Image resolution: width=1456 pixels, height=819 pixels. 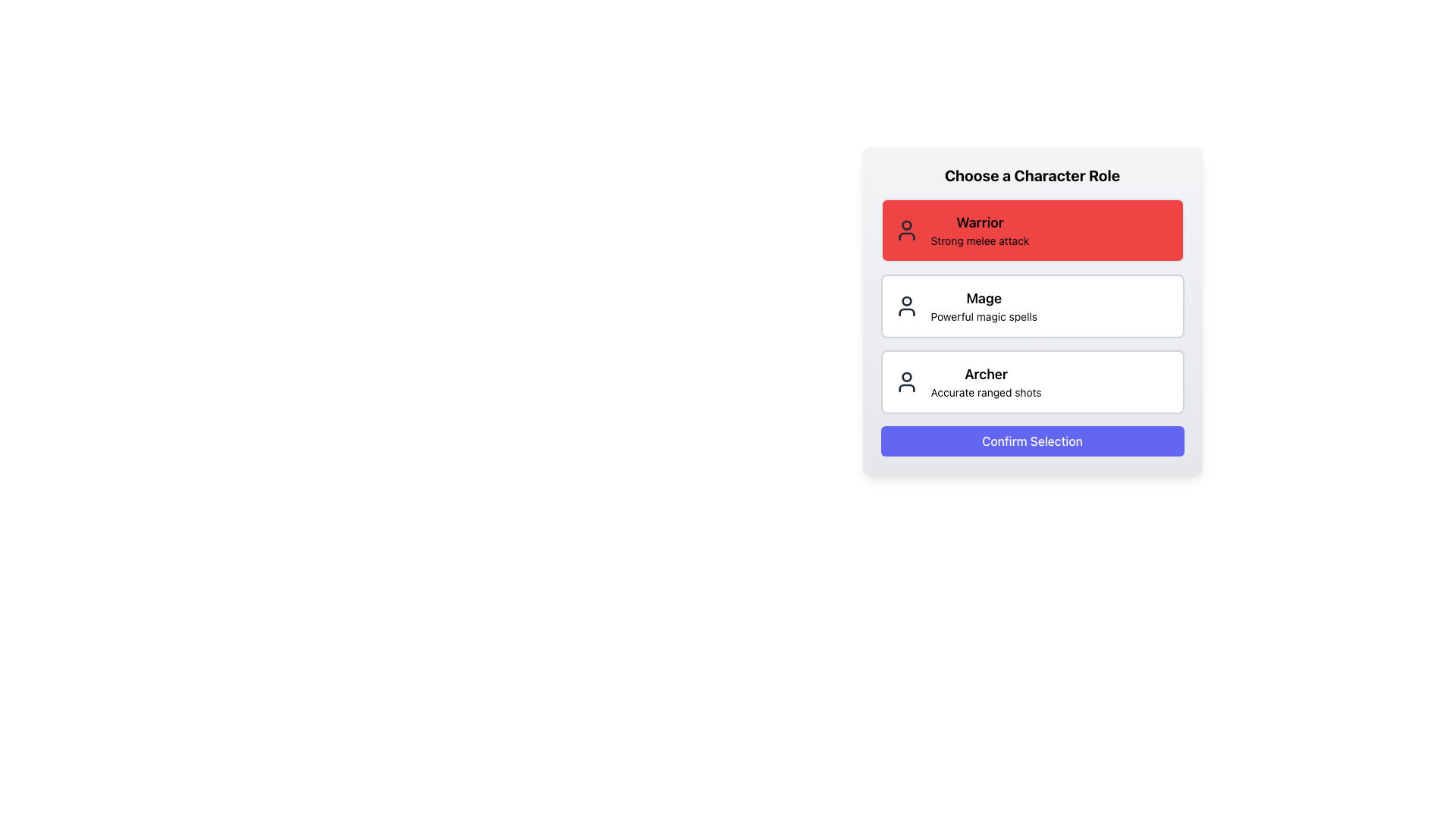 What do you see at coordinates (906, 376) in the screenshot?
I see `the graphical circle representing the head within the third user profile icon for the 'Archer' role selection, located under the 'Choose a Character Role' heading` at bounding box center [906, 376].